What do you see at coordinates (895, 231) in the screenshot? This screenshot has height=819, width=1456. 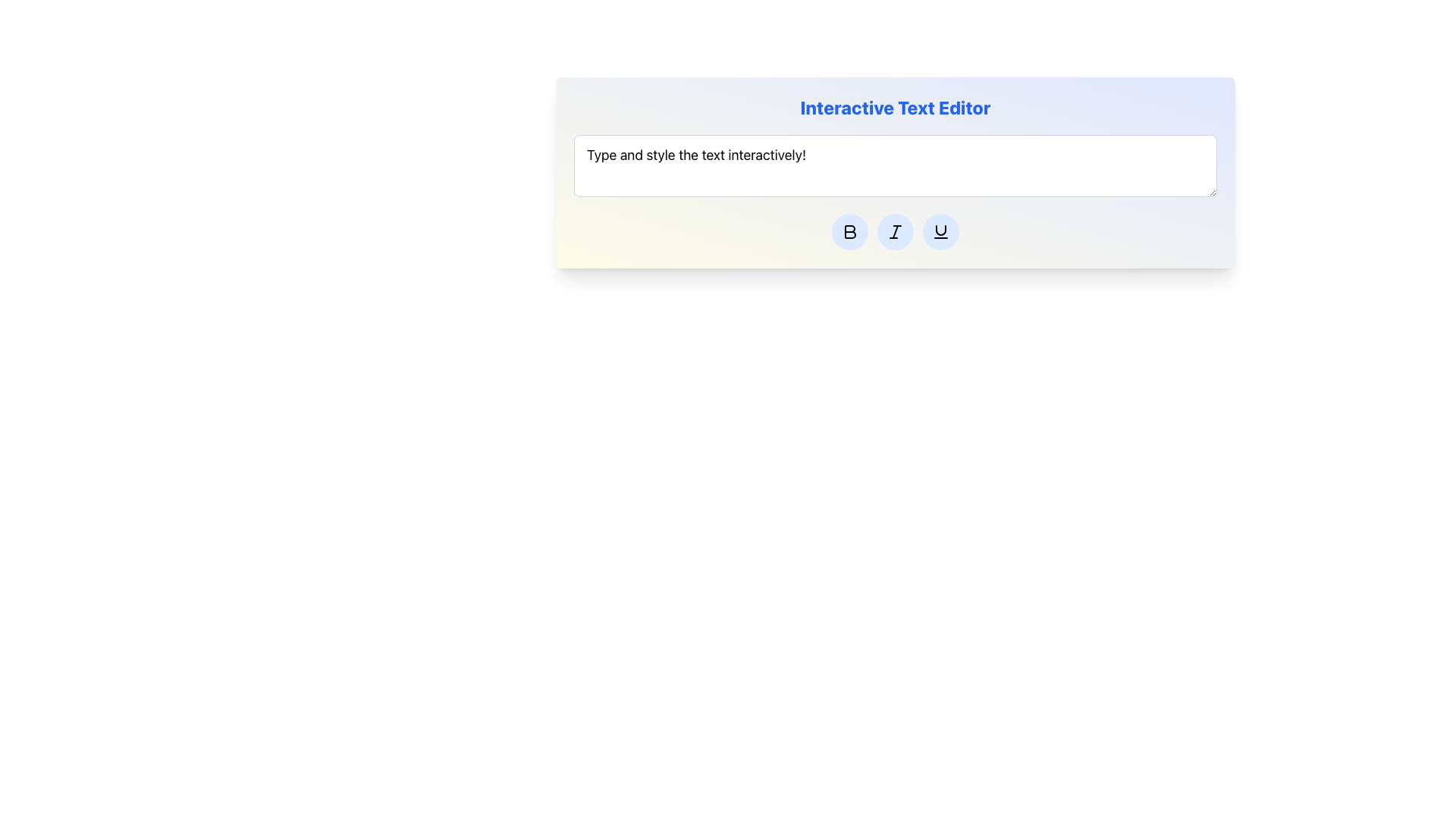 I see `the outlined italic 'I' icon button, which is the middle icon among three formatting options` at bounding box center [895, 231].